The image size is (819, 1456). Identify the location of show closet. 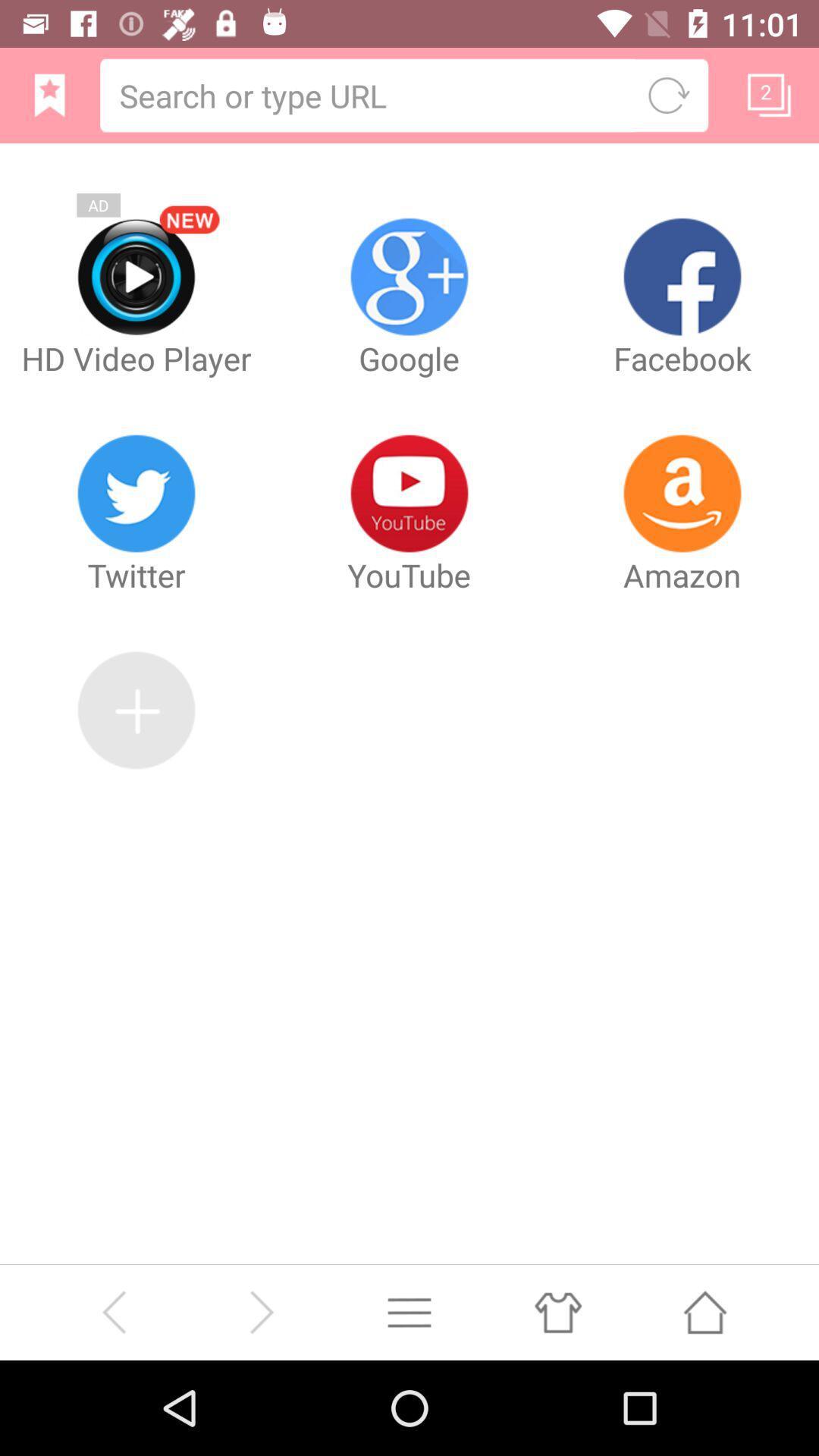
(557, 1311).